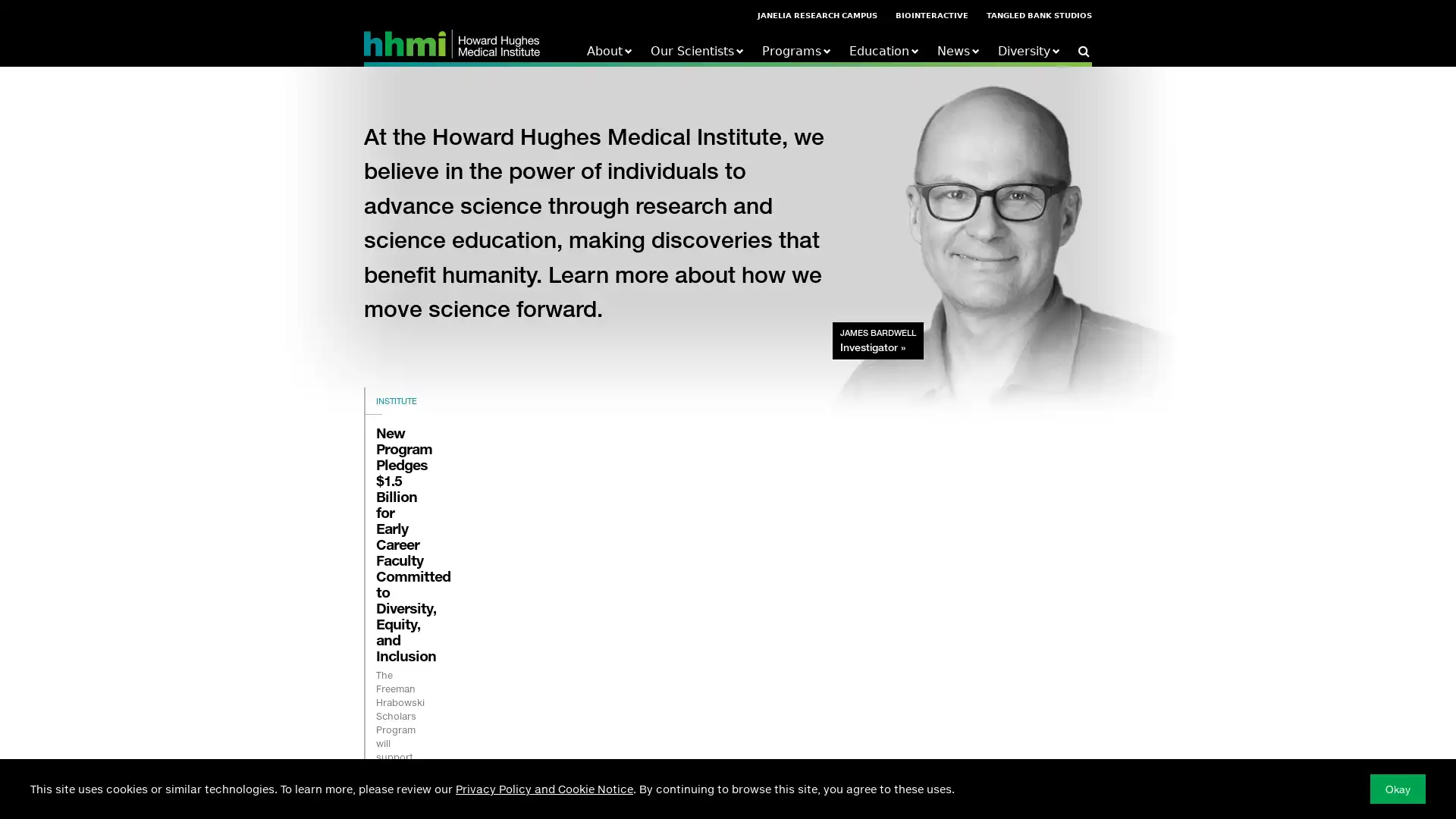  What do you see at coordinates (795, 51) in the screenshot?
I see `Programs` at bounding box center [795, 51].